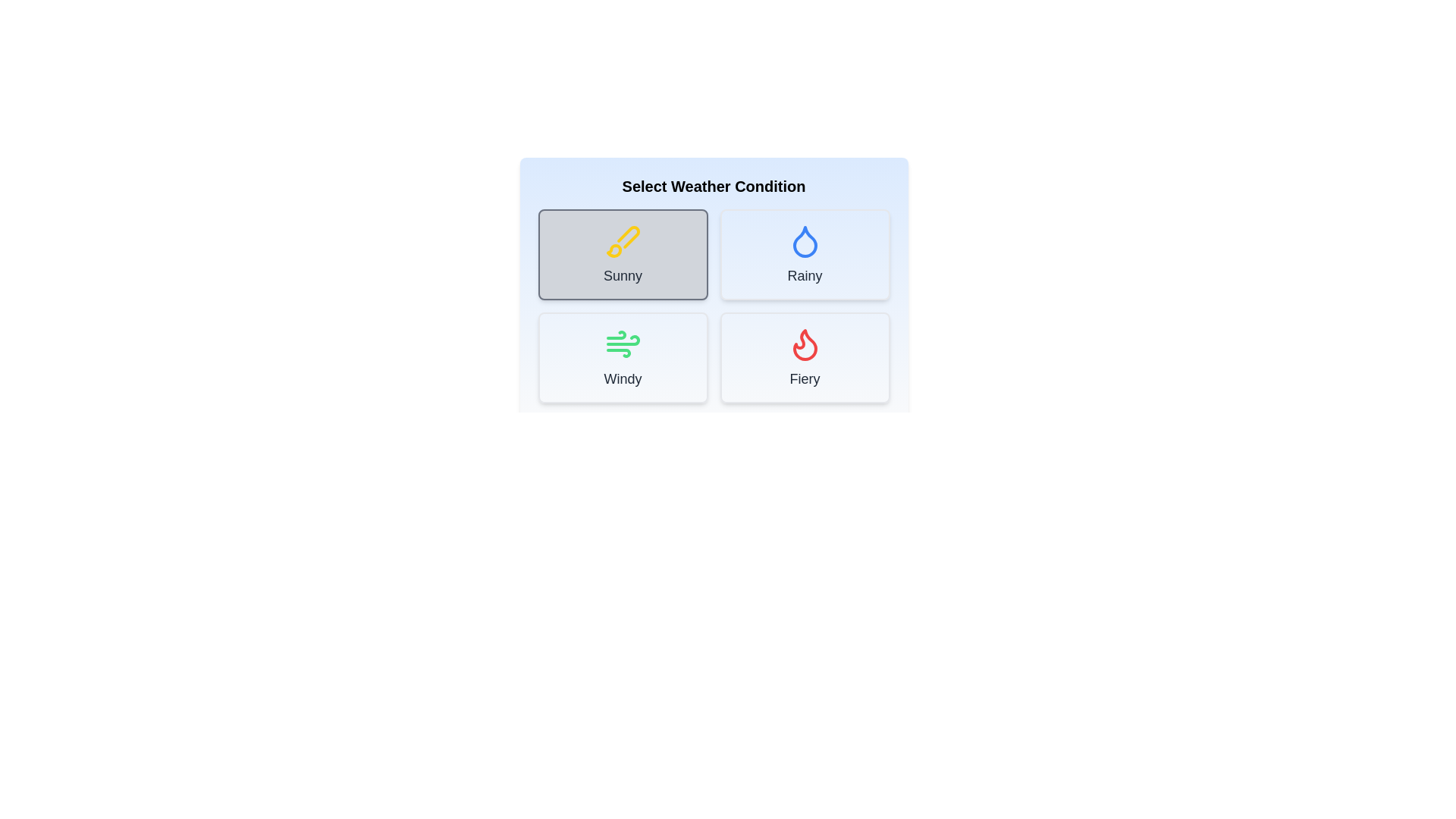  What do you see at coordinates (623, 253) in the screenshot?
I see `the Sunny button to select the corresponding weather condition` at bounding box center [623, 253].